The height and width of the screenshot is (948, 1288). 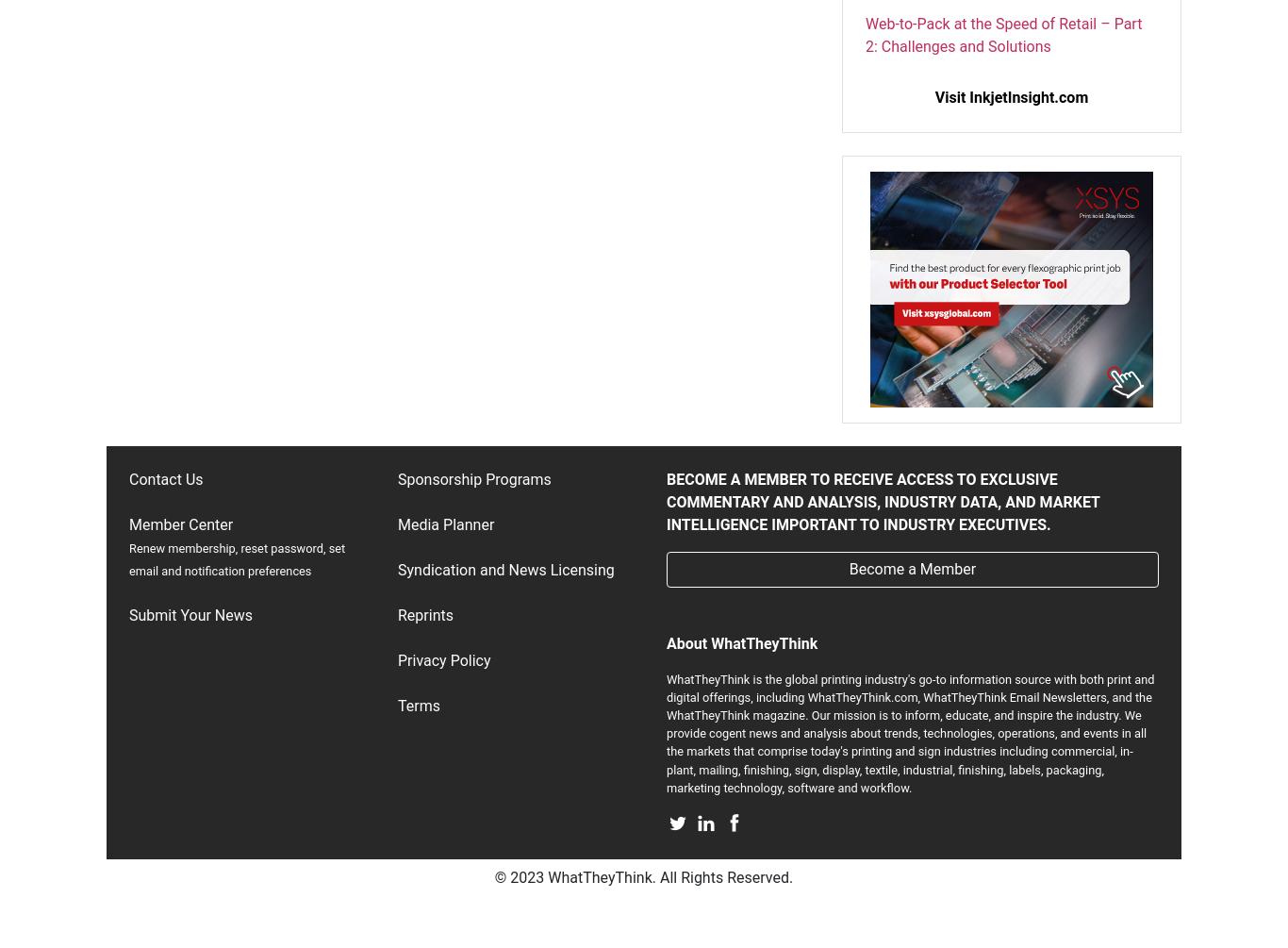 What do you see at coordinates (910, 732) in the screenshot?
I see `'WhatTheyThink is the global printing industry's go-to information source with both print and digital offerings, including WhatTheyThink.com, WhatTheyThink Email Newsletters, and the WhatTheyThink magazine. Our mission is to inform, educate, and inspire the industry. We provide cogent news and analysis about trends, technologies, operations, and events in all the markets that comprise today's printing and sign industries including commercial, in-plant, mailing, finishing, sign, display, textile, industrial, finishing, labels, packaging, marketing technology, software and workflow.'` at bounding box center [910, 732].